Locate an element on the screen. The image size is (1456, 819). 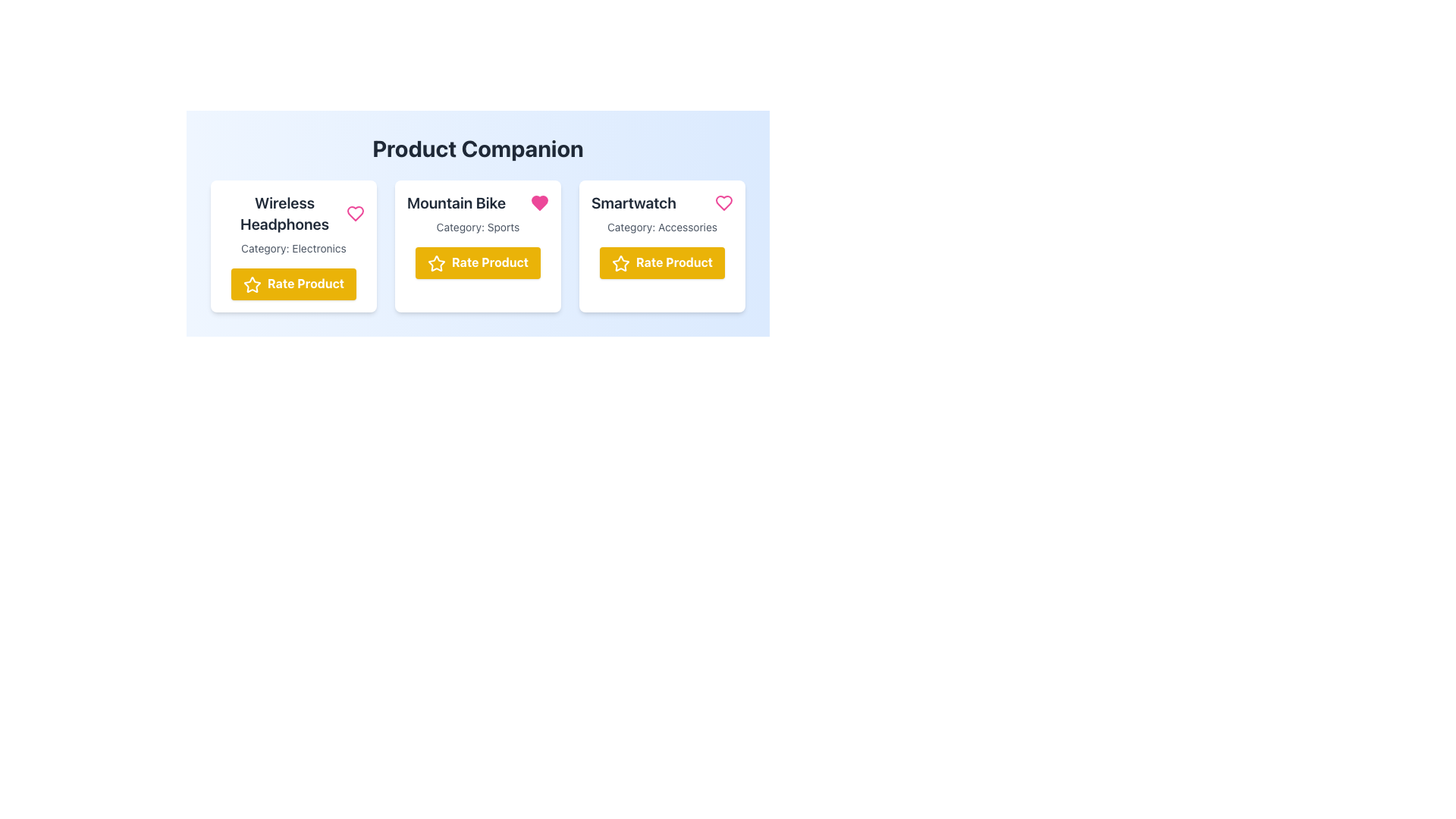
the 'Rate Product' button, which is the third button in the row under the 'Product Companion' heading, located at the bottom of the 'Smartwatch' card is located at coordinates (662, 262).